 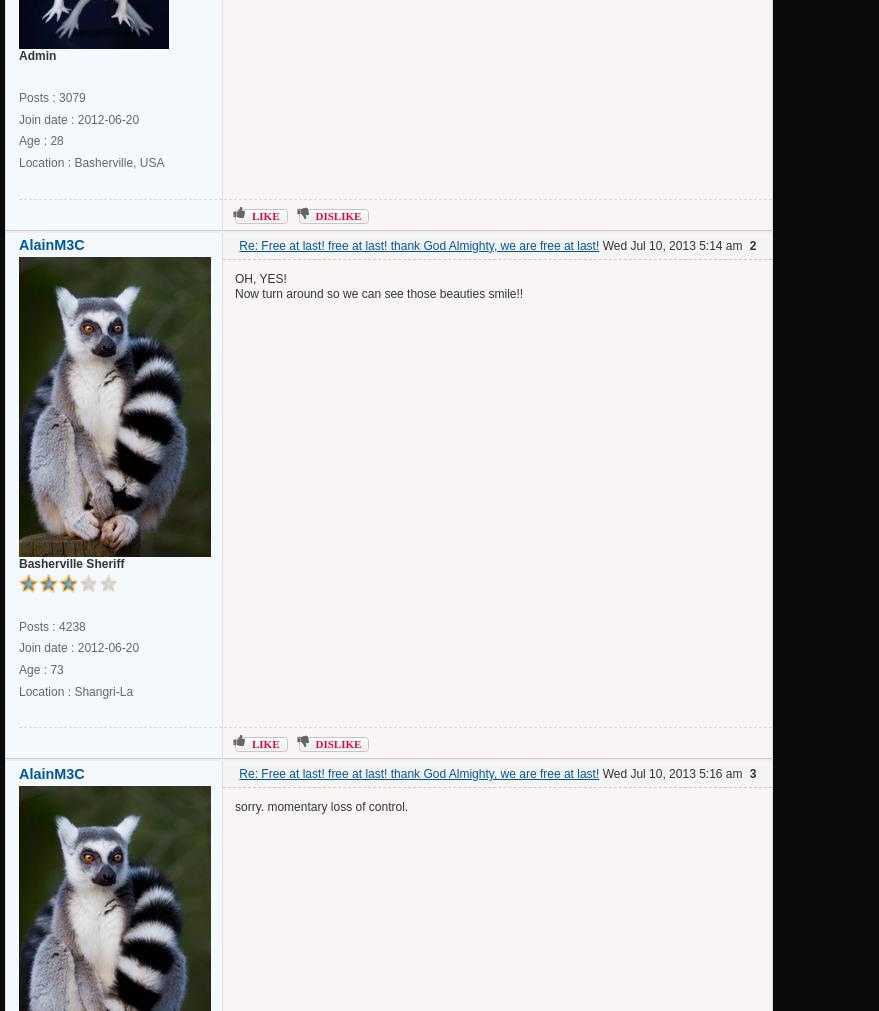 I want to click on '3', so click(x=751, y=773).